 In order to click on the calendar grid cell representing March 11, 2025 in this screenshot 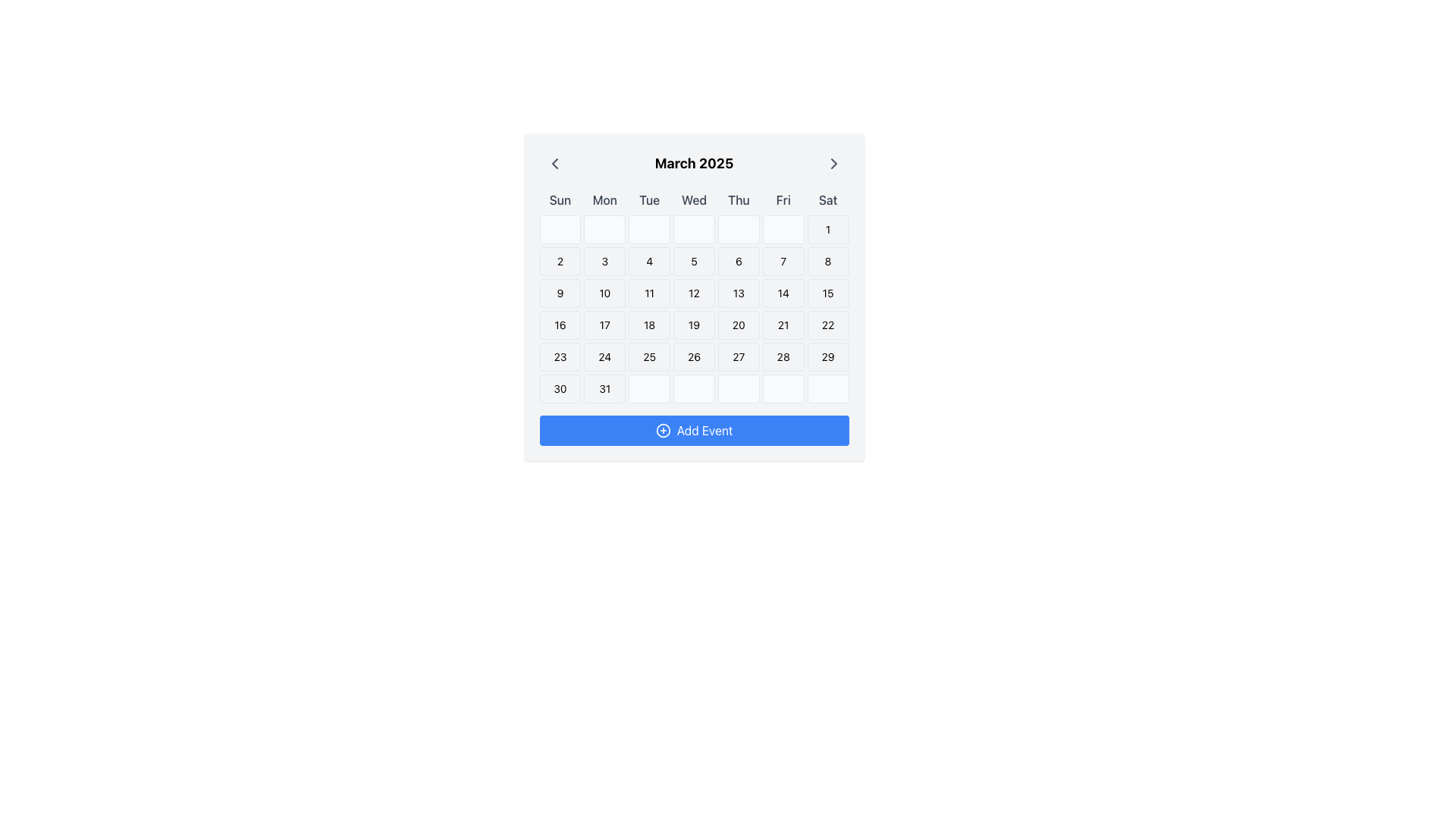, I will do `click(649, 293)`.